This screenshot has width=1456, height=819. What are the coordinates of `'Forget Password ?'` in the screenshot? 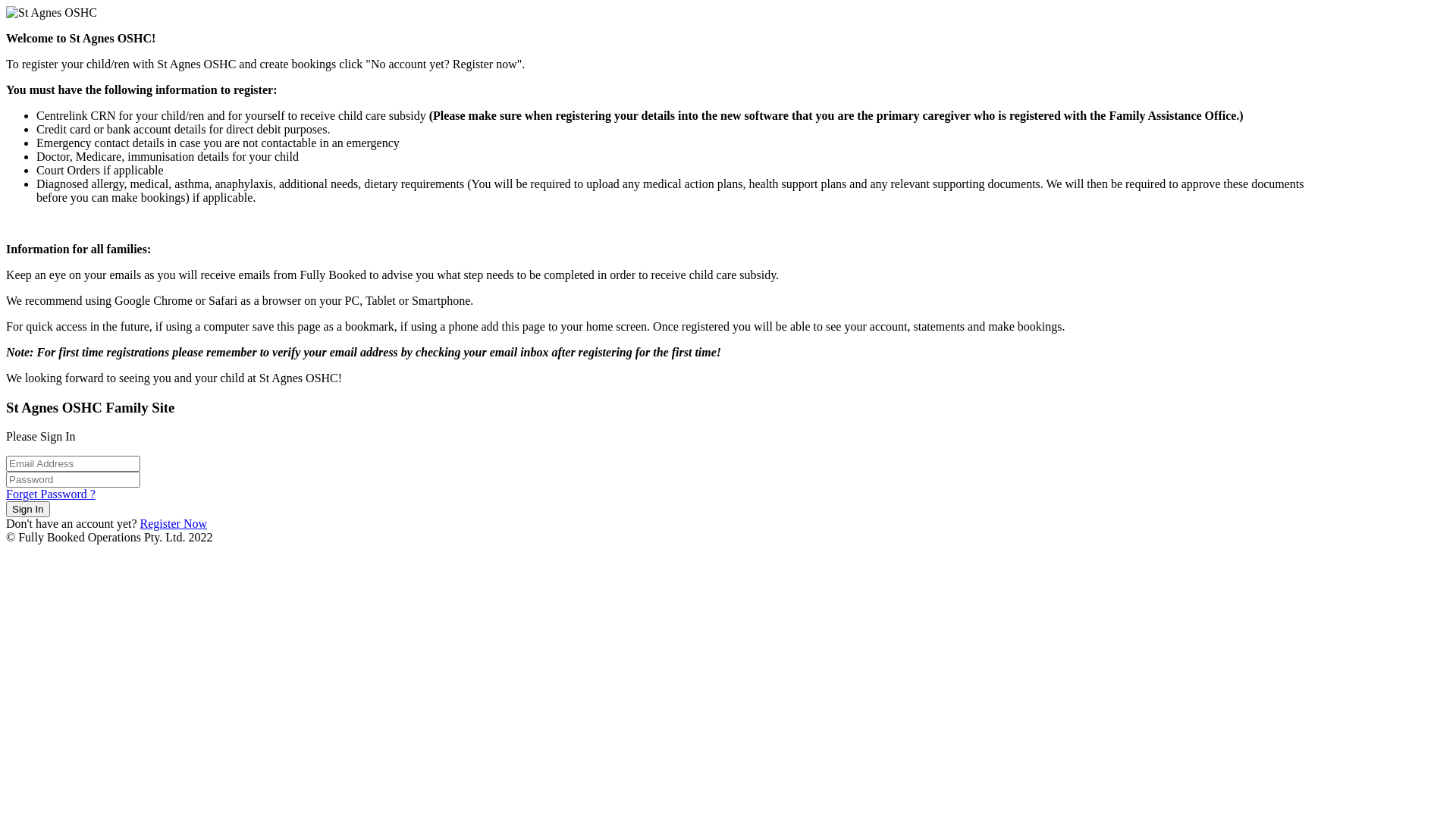 It's located at (51, 494).